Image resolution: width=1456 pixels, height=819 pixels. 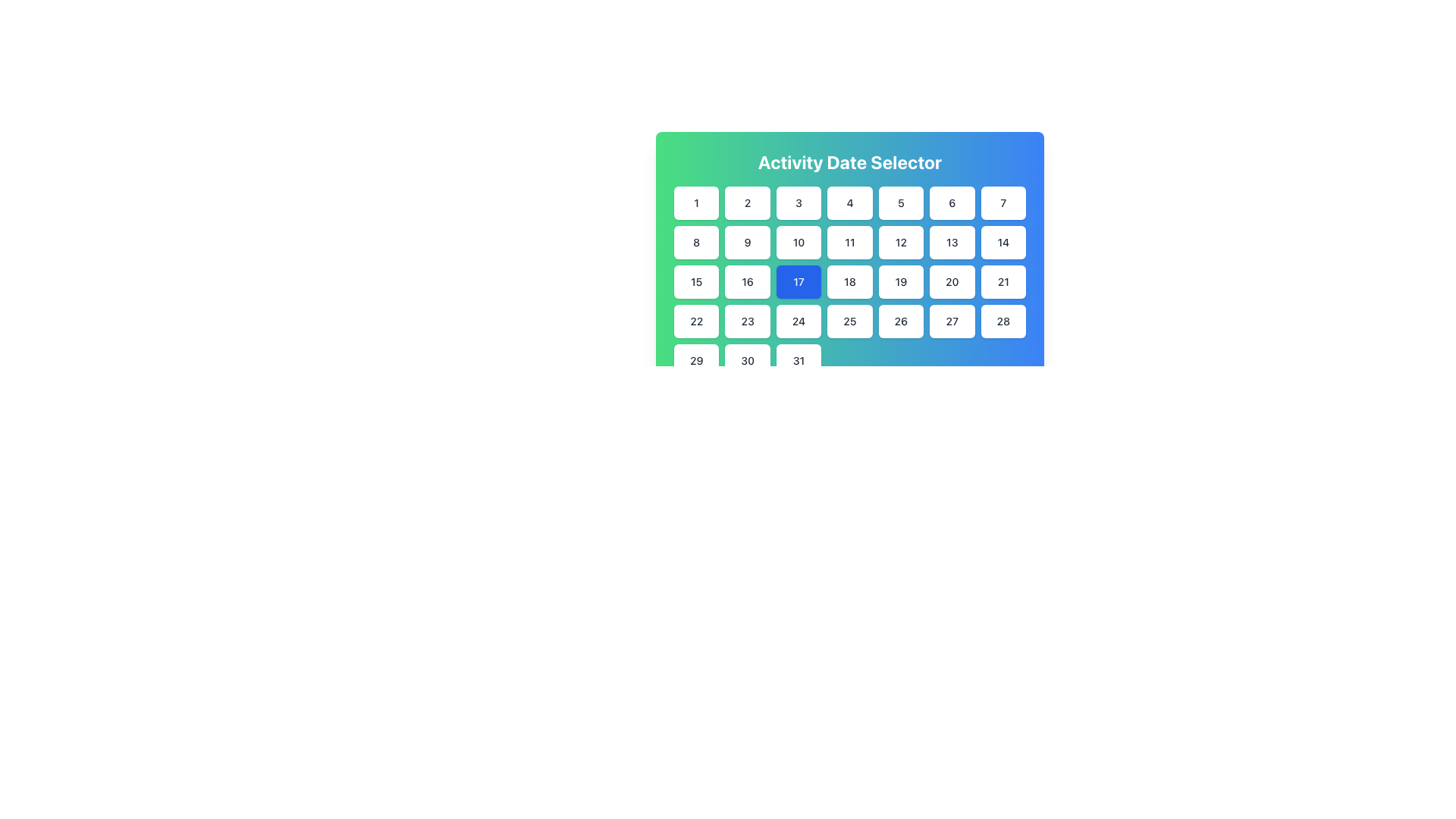 I want to click on the rounded rectangular button with a white background and centered text '8', so click(x=695, y=242).